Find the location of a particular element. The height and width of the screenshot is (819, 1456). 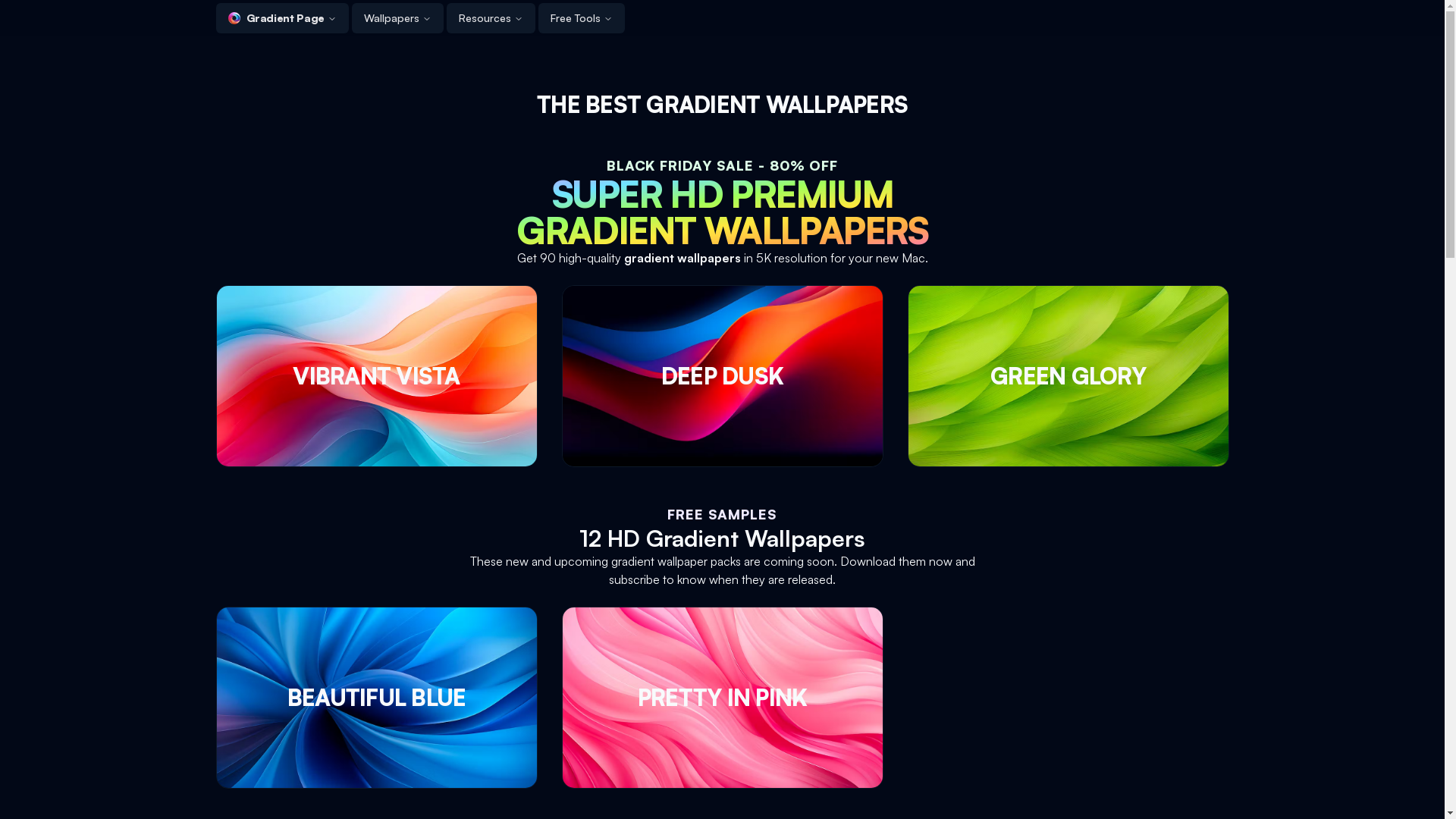

'DEEP DUSK' is located at coordinates (720, 375).